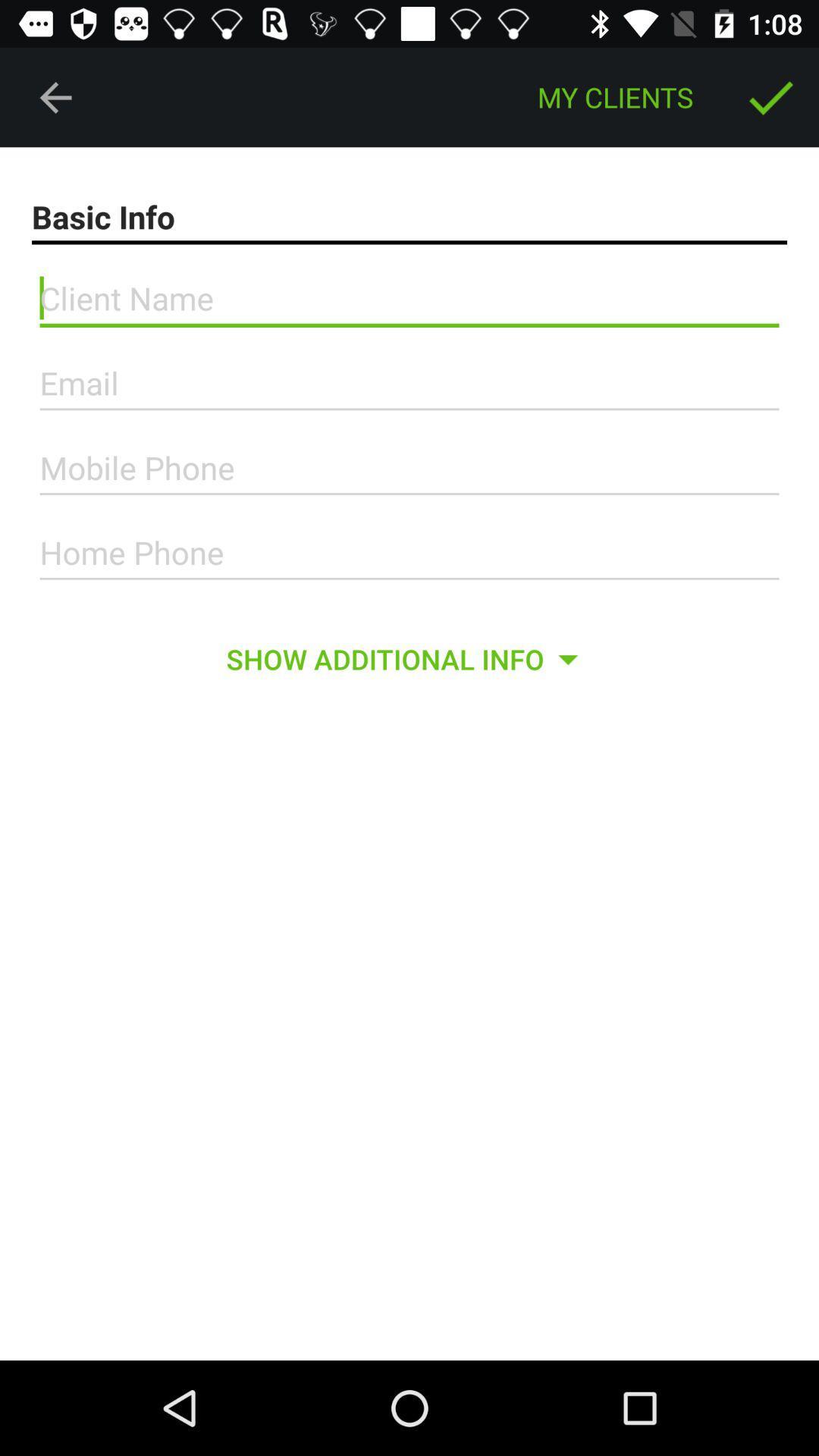 The image size is (819, 1456). I want to click on item next to my clients icon, so click(771, 96).